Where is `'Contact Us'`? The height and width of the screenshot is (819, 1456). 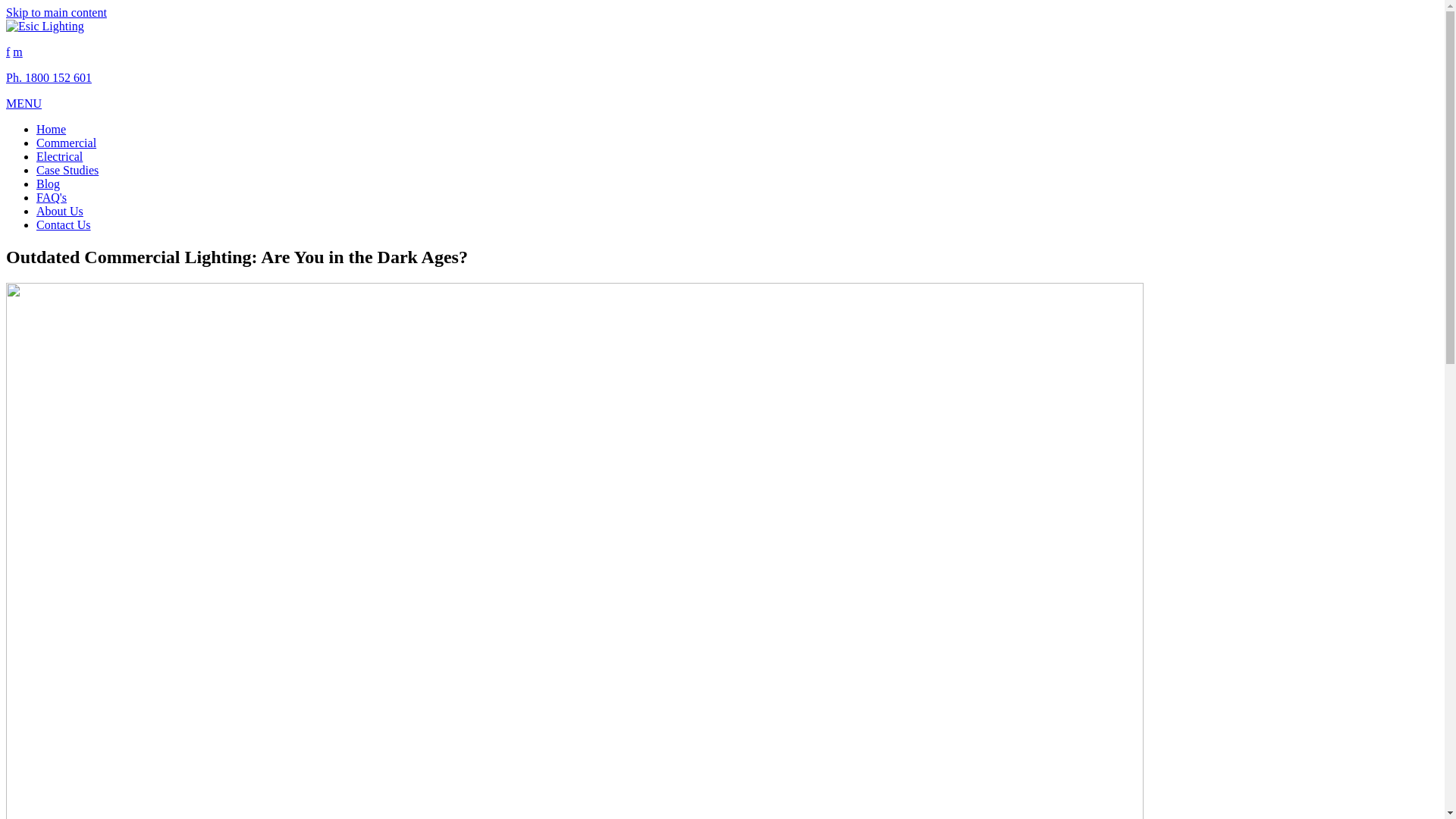 'Contact Us' is located at coordinates (62, 224).